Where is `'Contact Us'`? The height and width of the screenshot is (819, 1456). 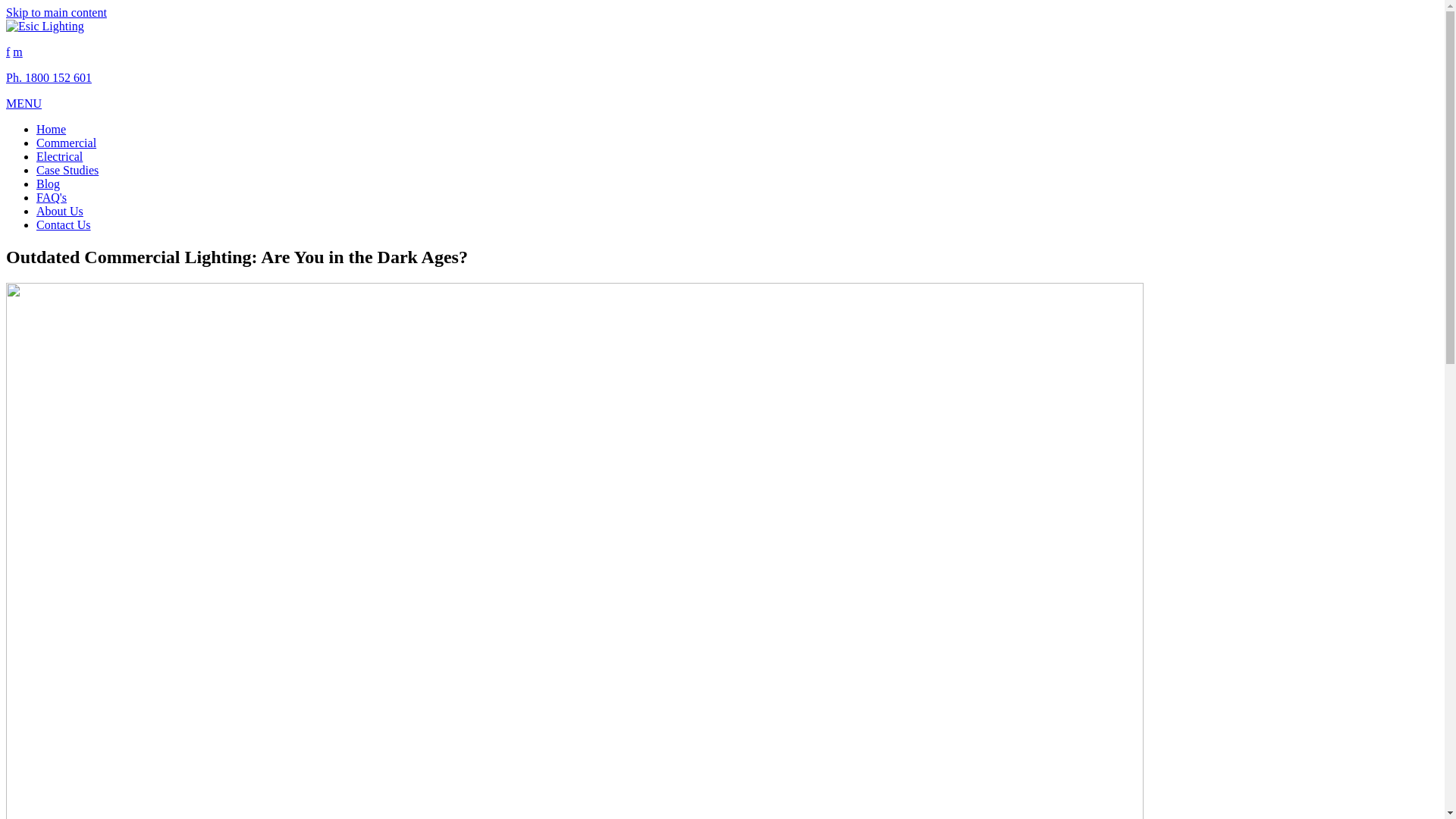 'Contact Us' is located at coordinates (62, 224).